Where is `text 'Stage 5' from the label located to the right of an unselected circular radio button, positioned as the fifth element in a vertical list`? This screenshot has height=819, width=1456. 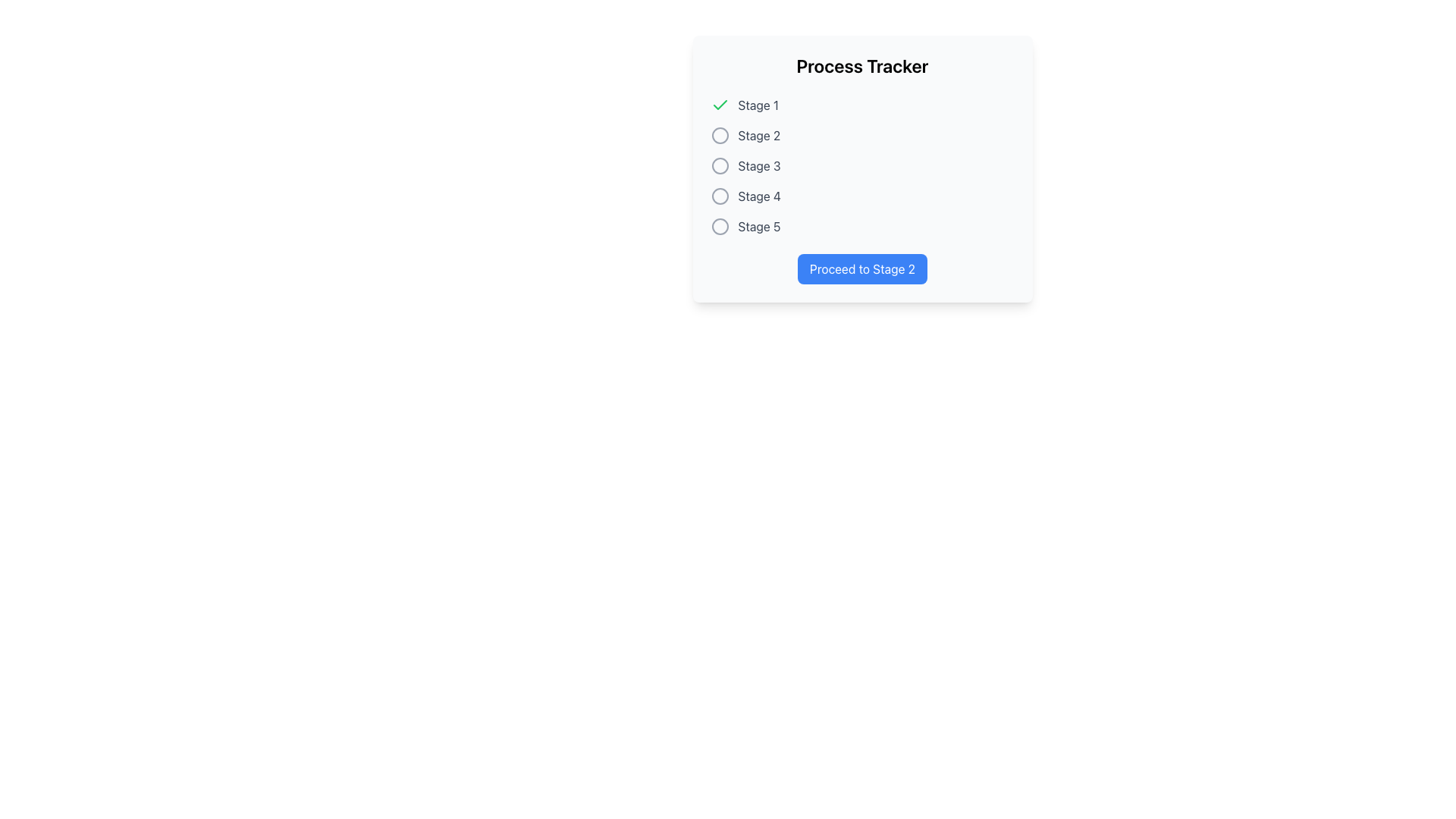
text 'Stage 5' from the label located to the right of an unselected circular radio button, positioned as the fifth element in a vertical list is located at coordinates (745, 227).